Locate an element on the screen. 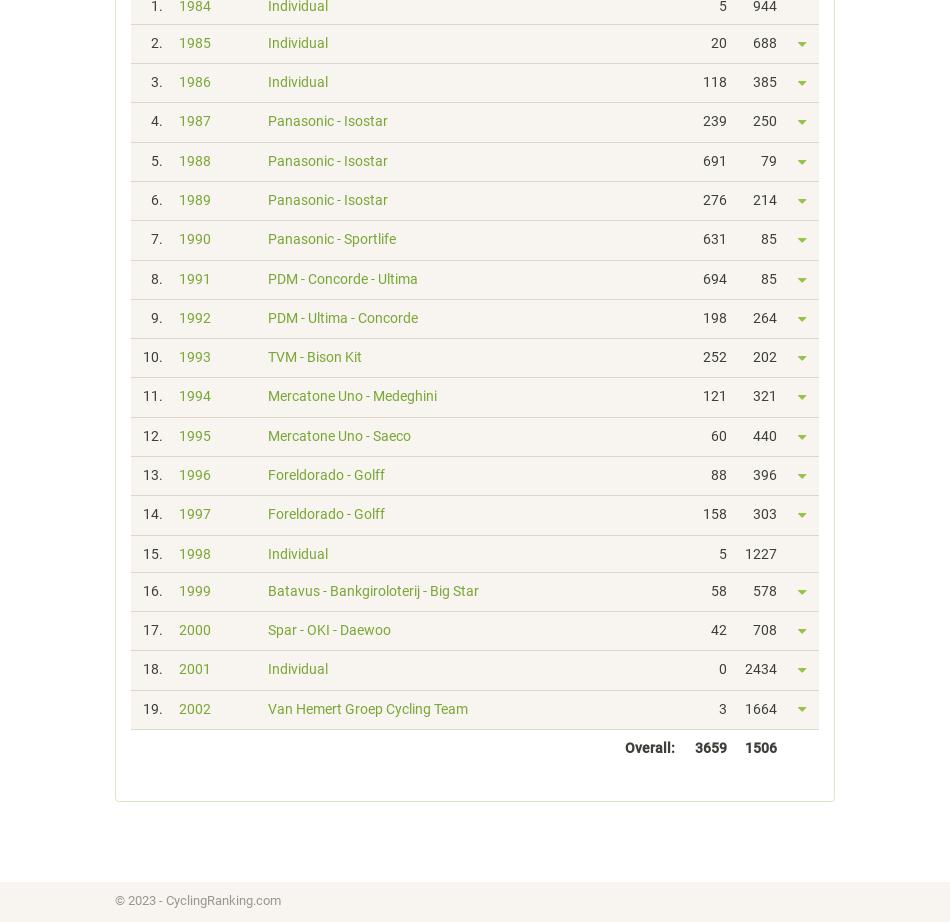  '8.' is located at coordinates (157, 276).